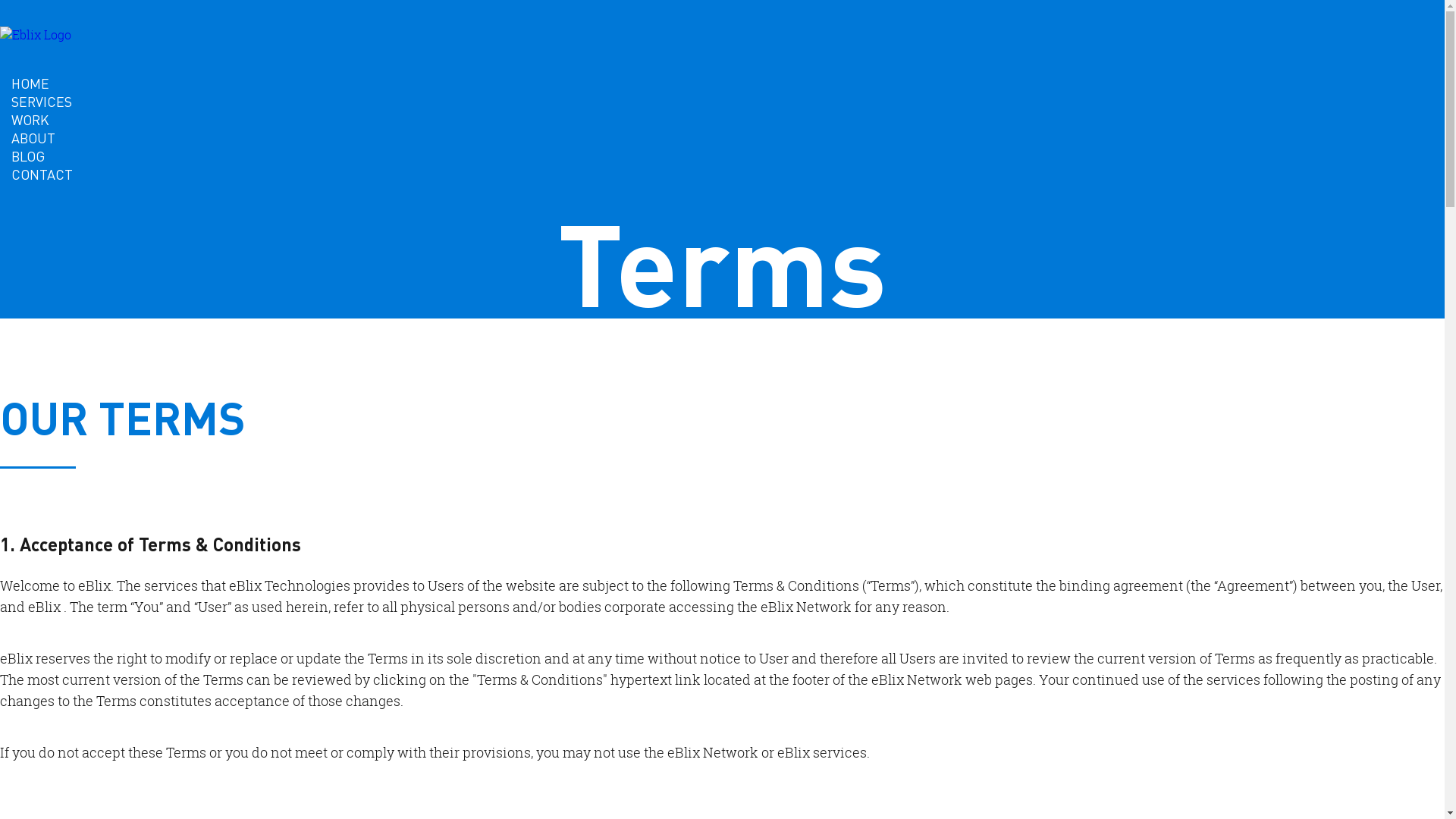 This screenshot has width=1456, height=819. Describe the element at coordinates (30, 118) in the screenshot. I see `'WORK'` at that location.